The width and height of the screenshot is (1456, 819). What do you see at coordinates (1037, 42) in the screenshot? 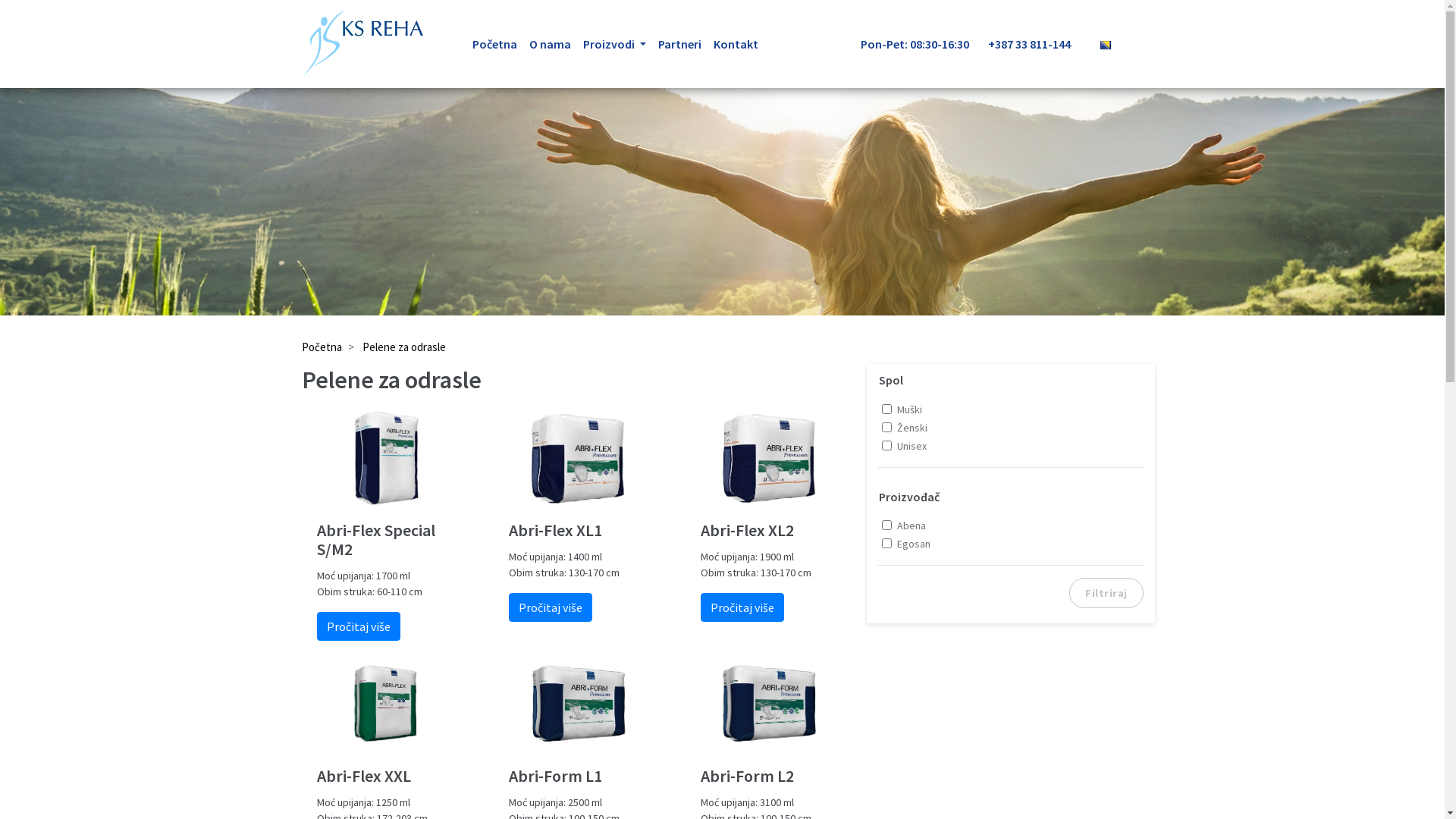
I see `'+387 33 811-144'` at bounding box center [1037, 42].